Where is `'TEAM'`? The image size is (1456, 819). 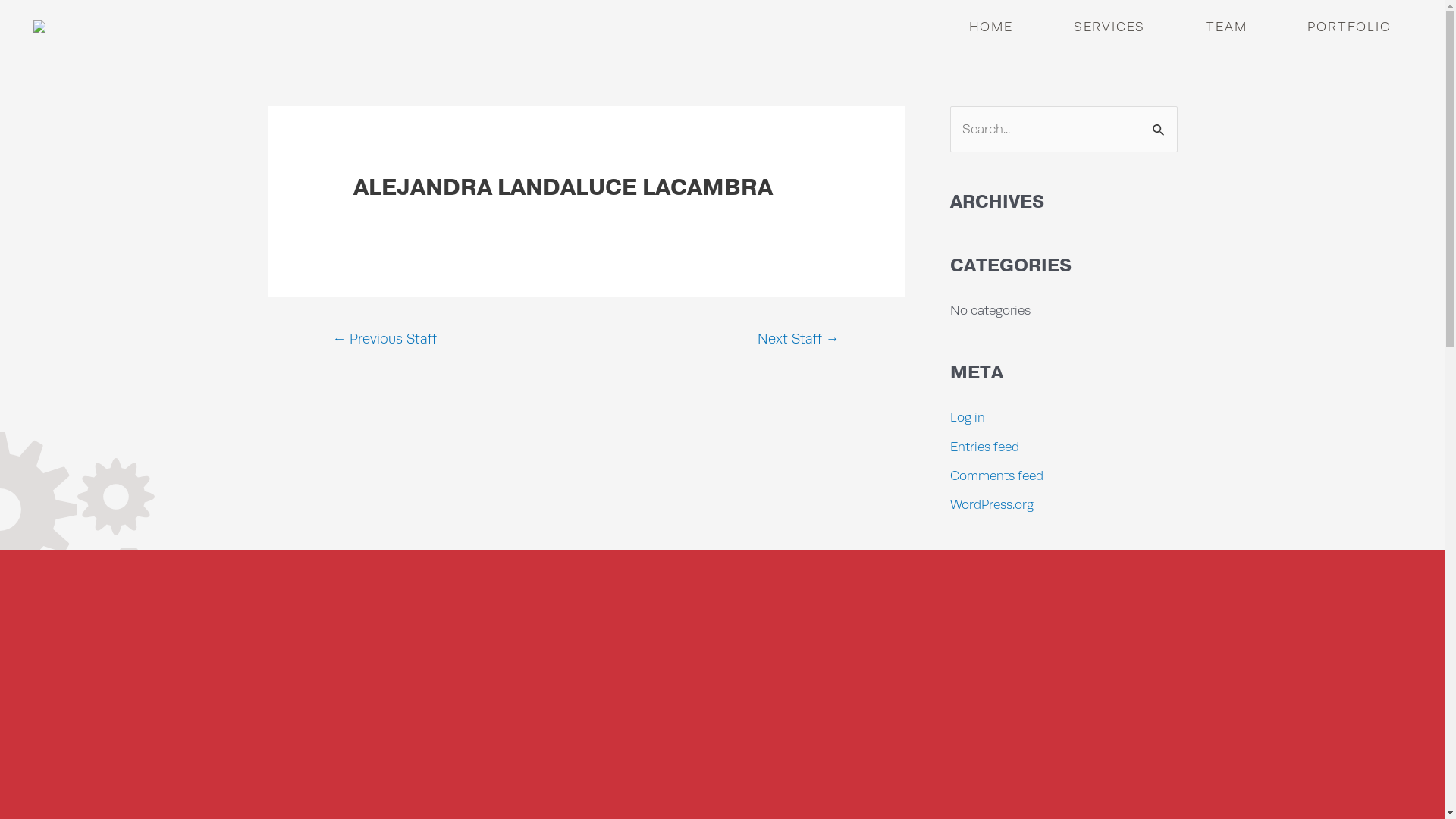
'TEAM' is located at coordinates (1226, 27).